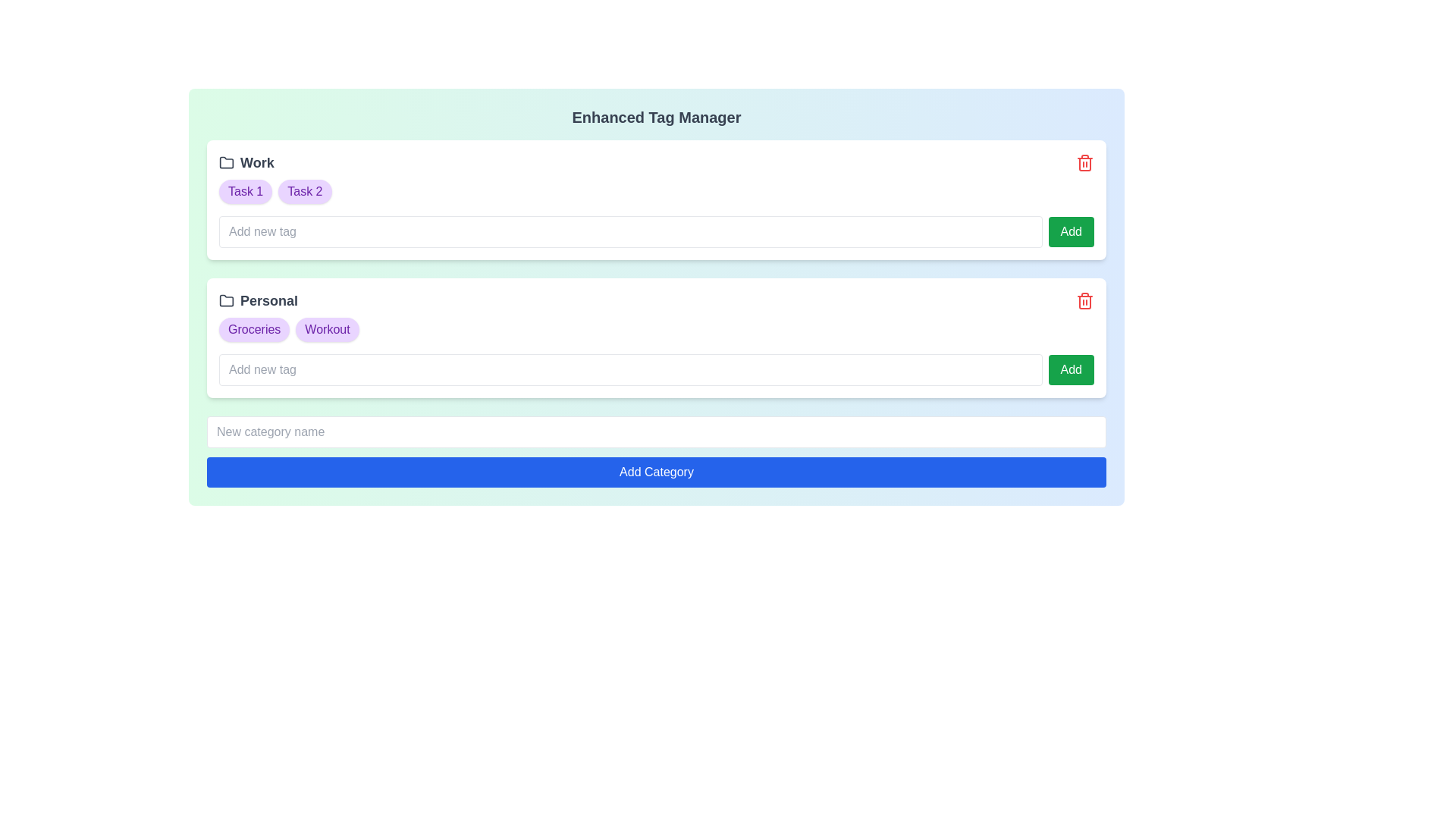 This screenshot has width=1456, height=819. What do you see at coordinates (225, 163) in the screenshot?
I see `the folder icon located to the left of the text 'Work' in the Work section header` at bounding box center [225, 163].